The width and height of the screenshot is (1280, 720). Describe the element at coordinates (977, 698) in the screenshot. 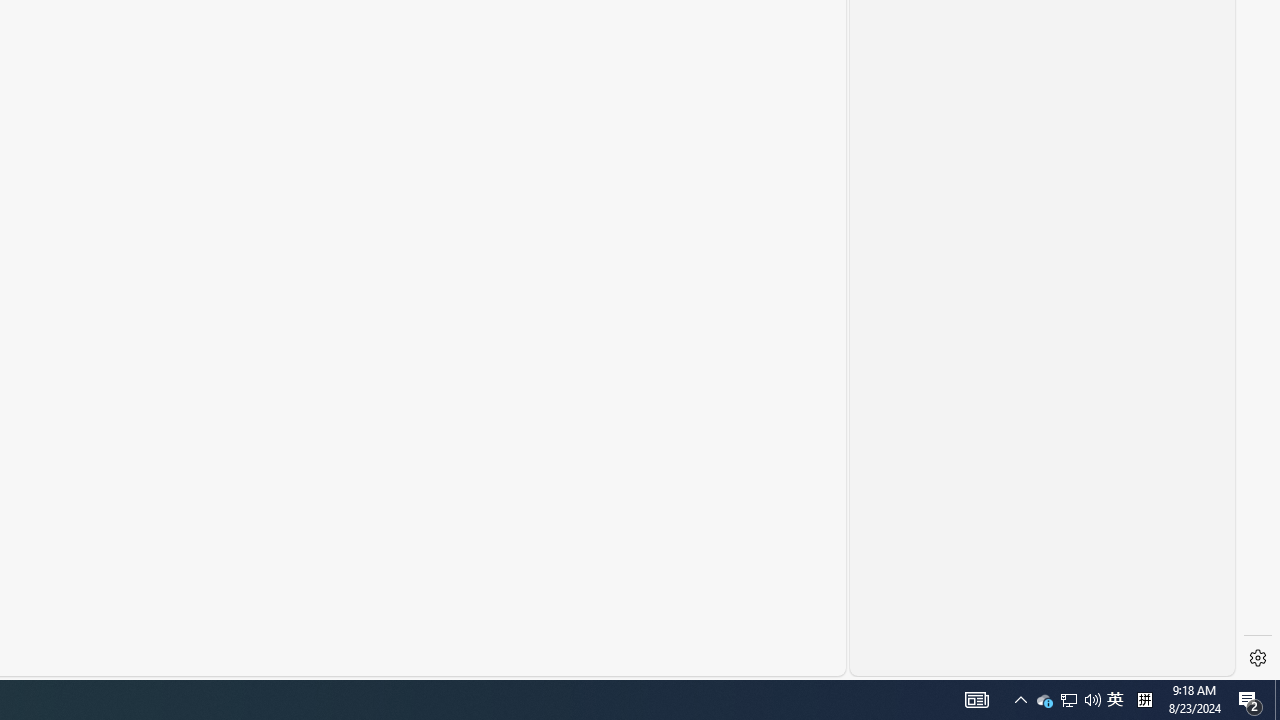

I see `'AutomationID: 4105'` at that location.